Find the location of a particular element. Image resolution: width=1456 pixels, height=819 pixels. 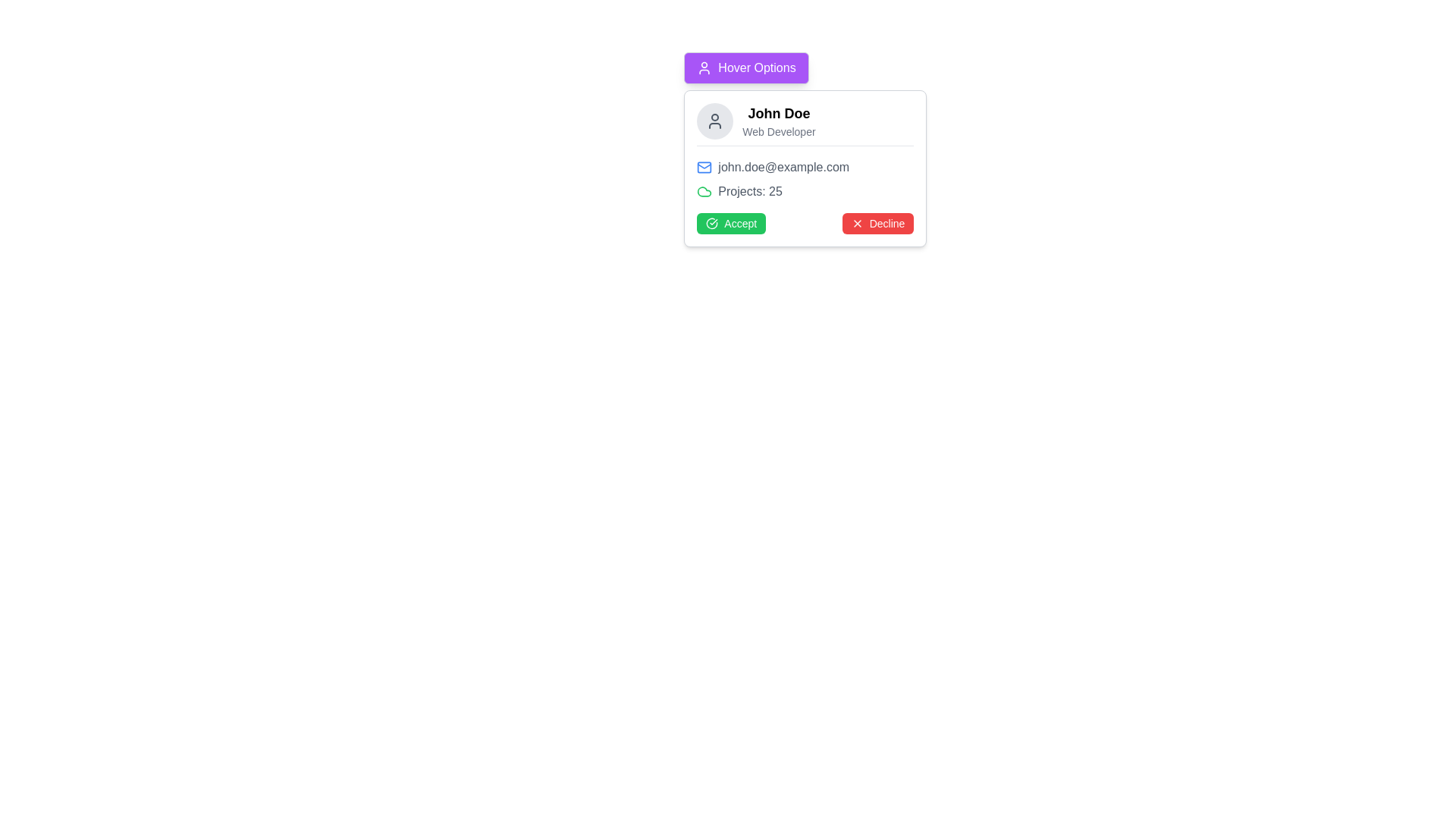

the user avatar icon depicted as a rounded profile outline with a gray color, located centrally within the user's profile card section is located at coordinates (714, 120).